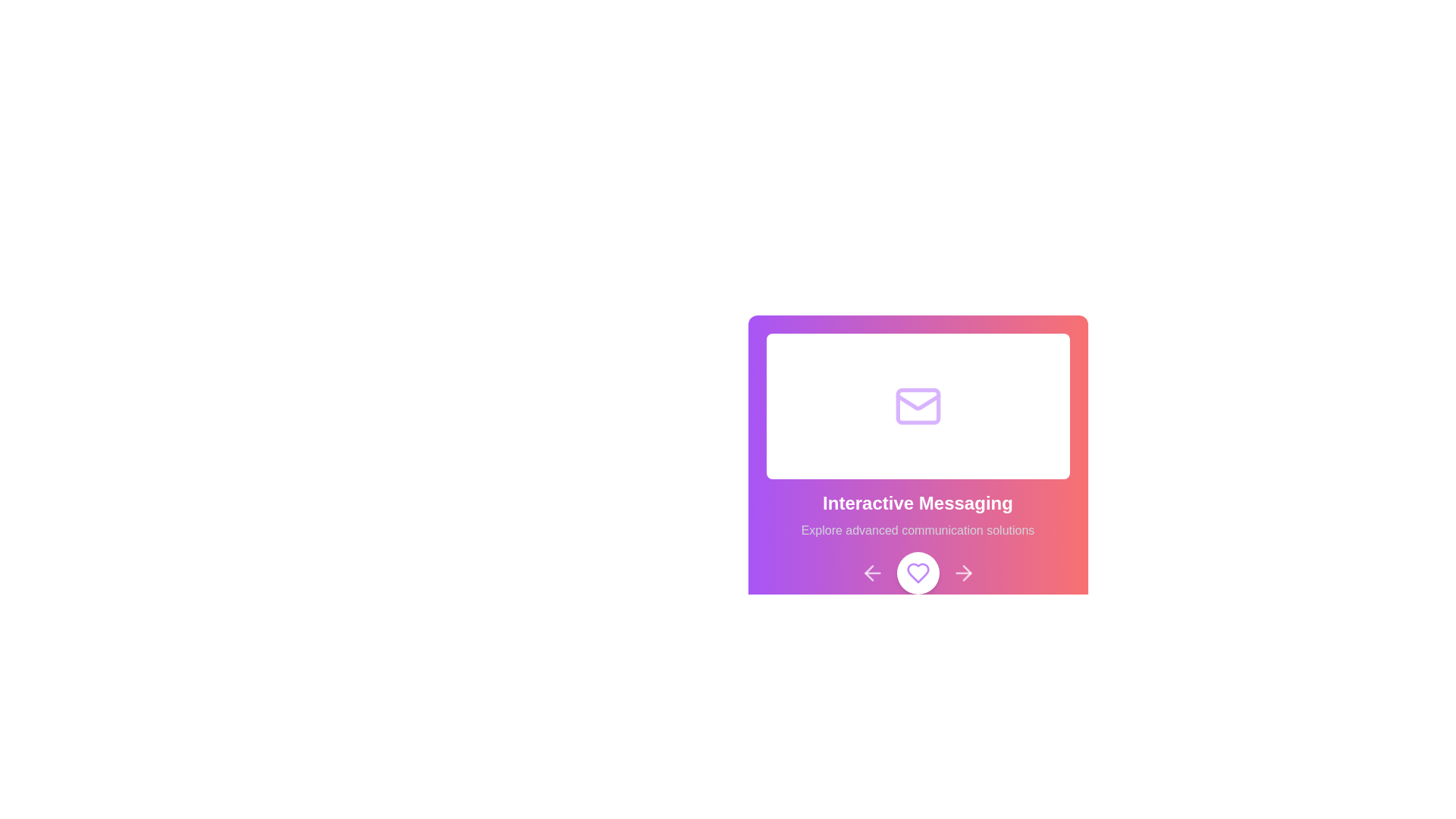 The height and width of the screenshot is (819, 1456). I want to click on the modern styled button for 'like' or 'favorite' action located below 'Interactive Messaging', so click(917, 573).